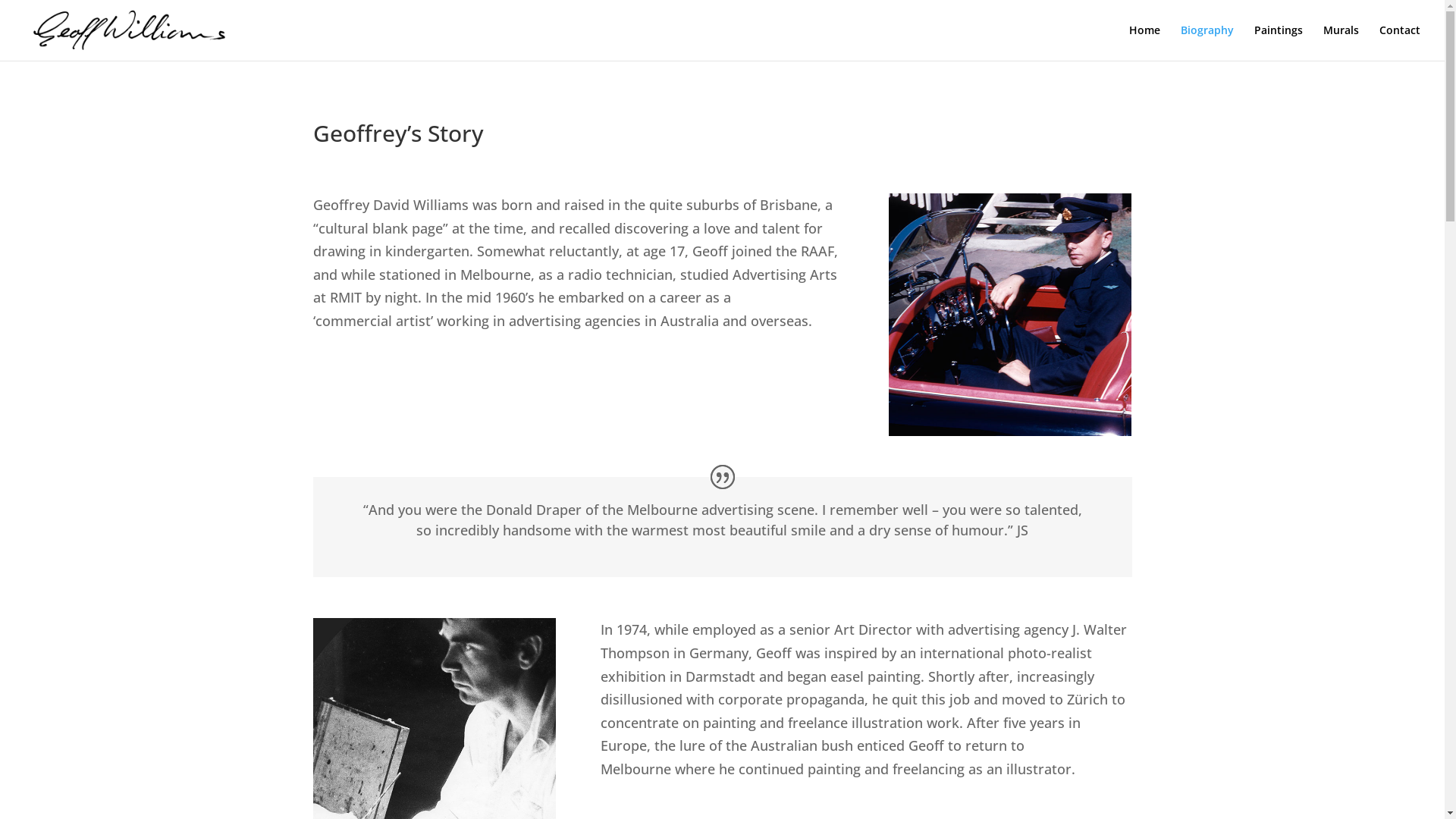 The width and height of the screenshot is (1456, 819). Describe the element at coordinates (1207, 42) in the screenshot. I see `'Biography'` at that location.